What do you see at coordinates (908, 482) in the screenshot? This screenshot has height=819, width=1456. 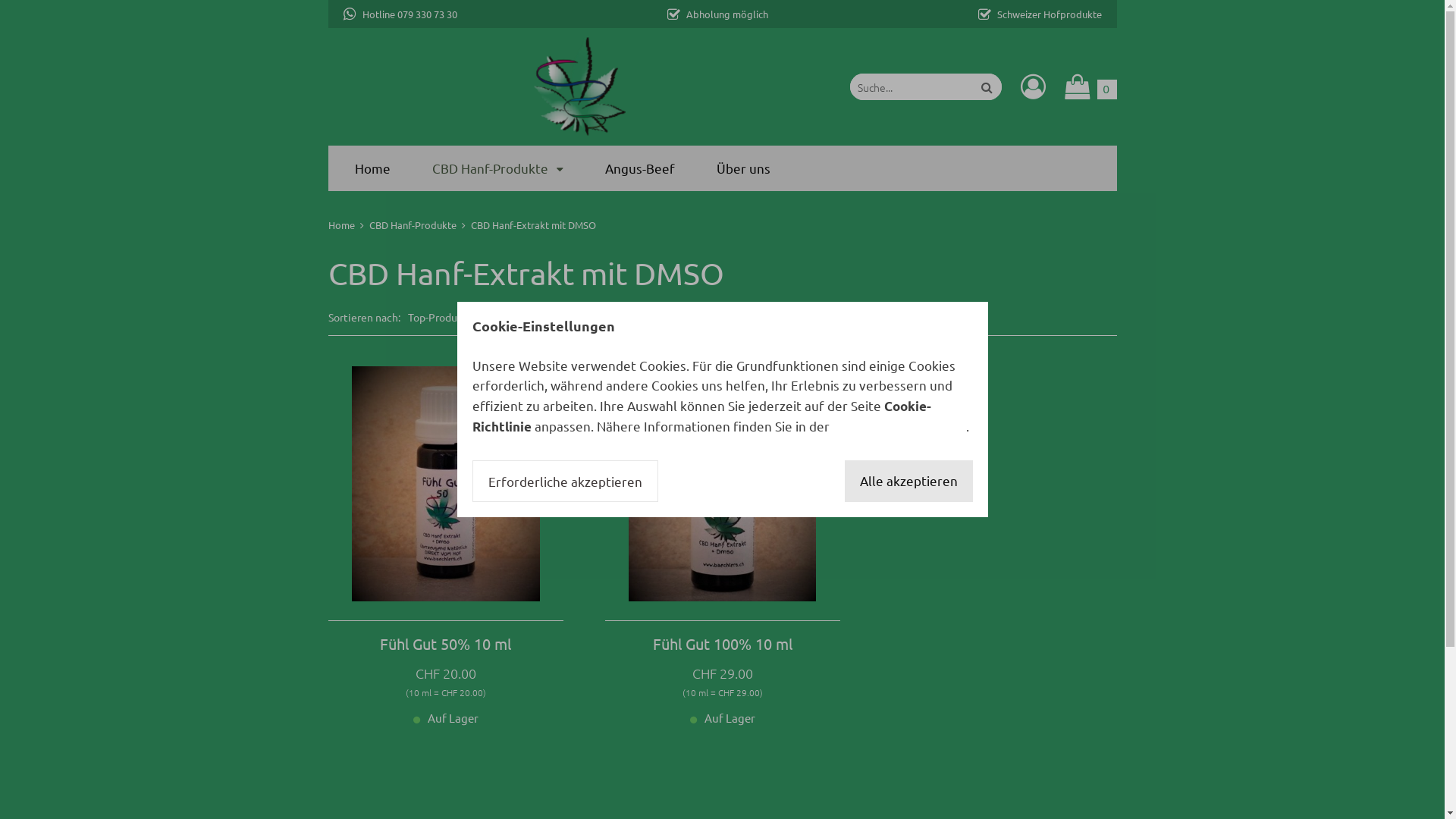 I see `'Alle akzeptieren'` at bounding box center [908, 482].